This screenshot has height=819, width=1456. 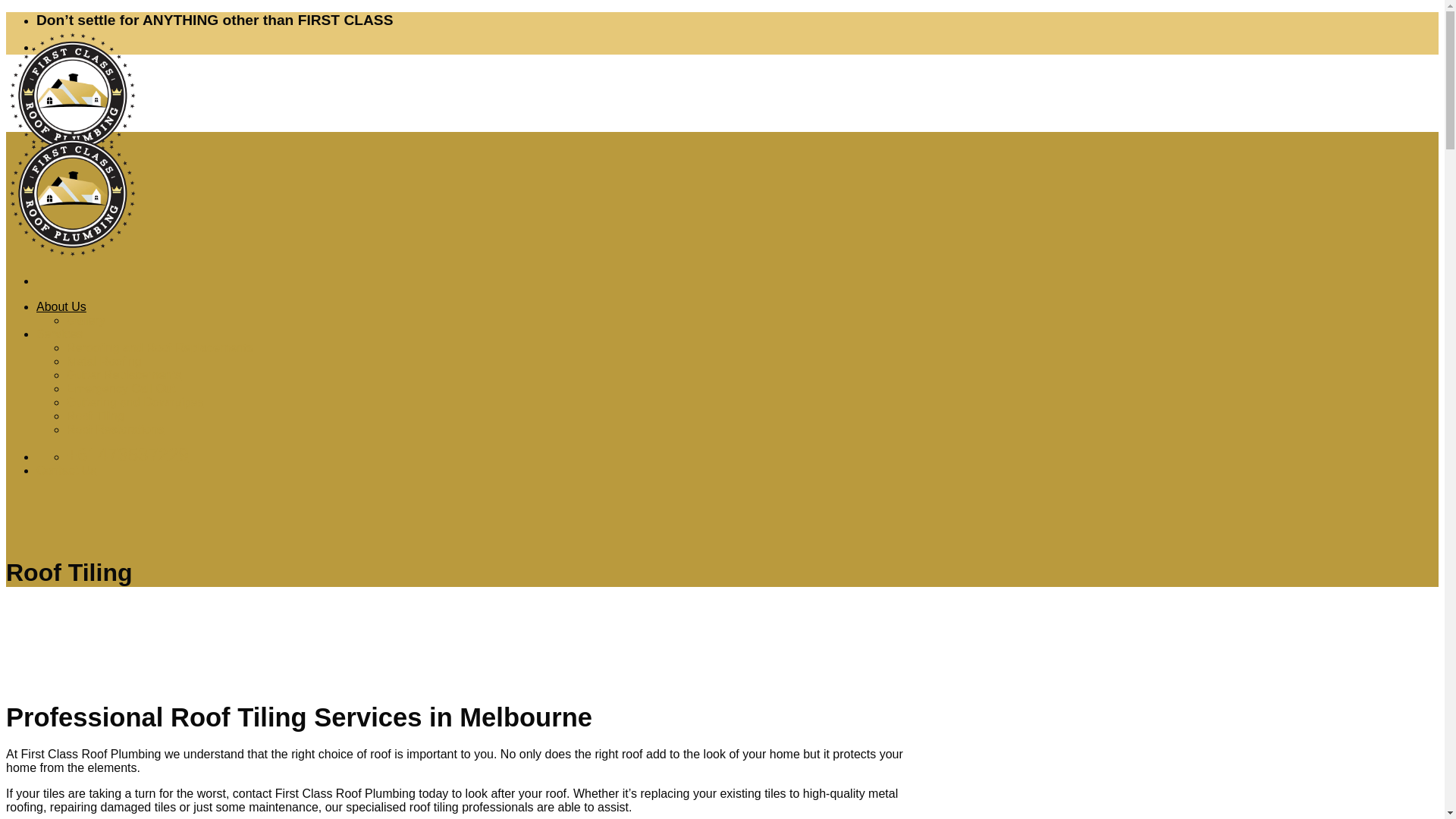 What do you see at coordinates (85, 319) in the screenshot?
I see `'Gallery'` at bounding box center [85, 319].